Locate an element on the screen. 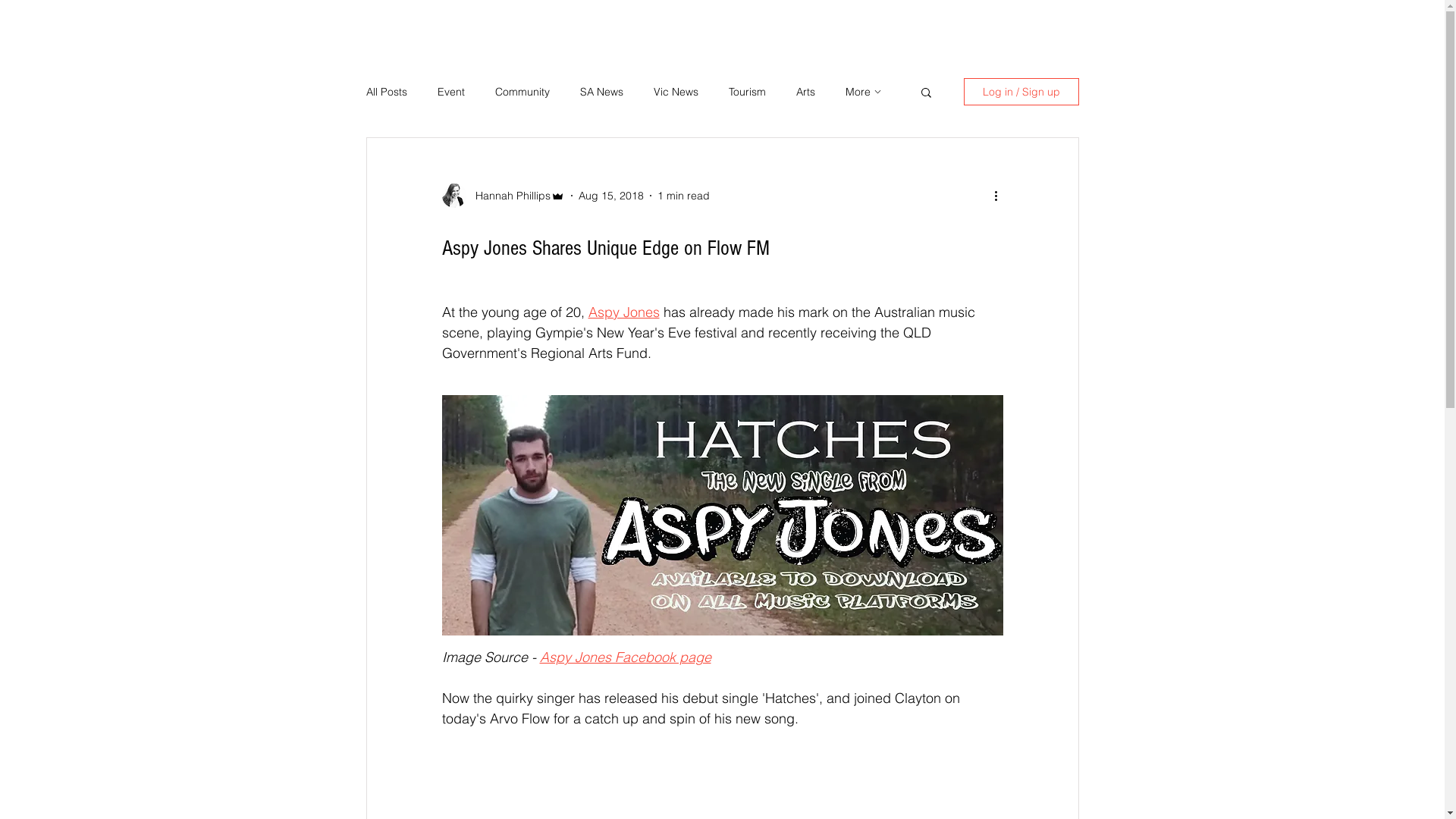 Image resolution: width=1456 pixels, height=819 pixels. 'Event' is located at coordinates (450, 91).